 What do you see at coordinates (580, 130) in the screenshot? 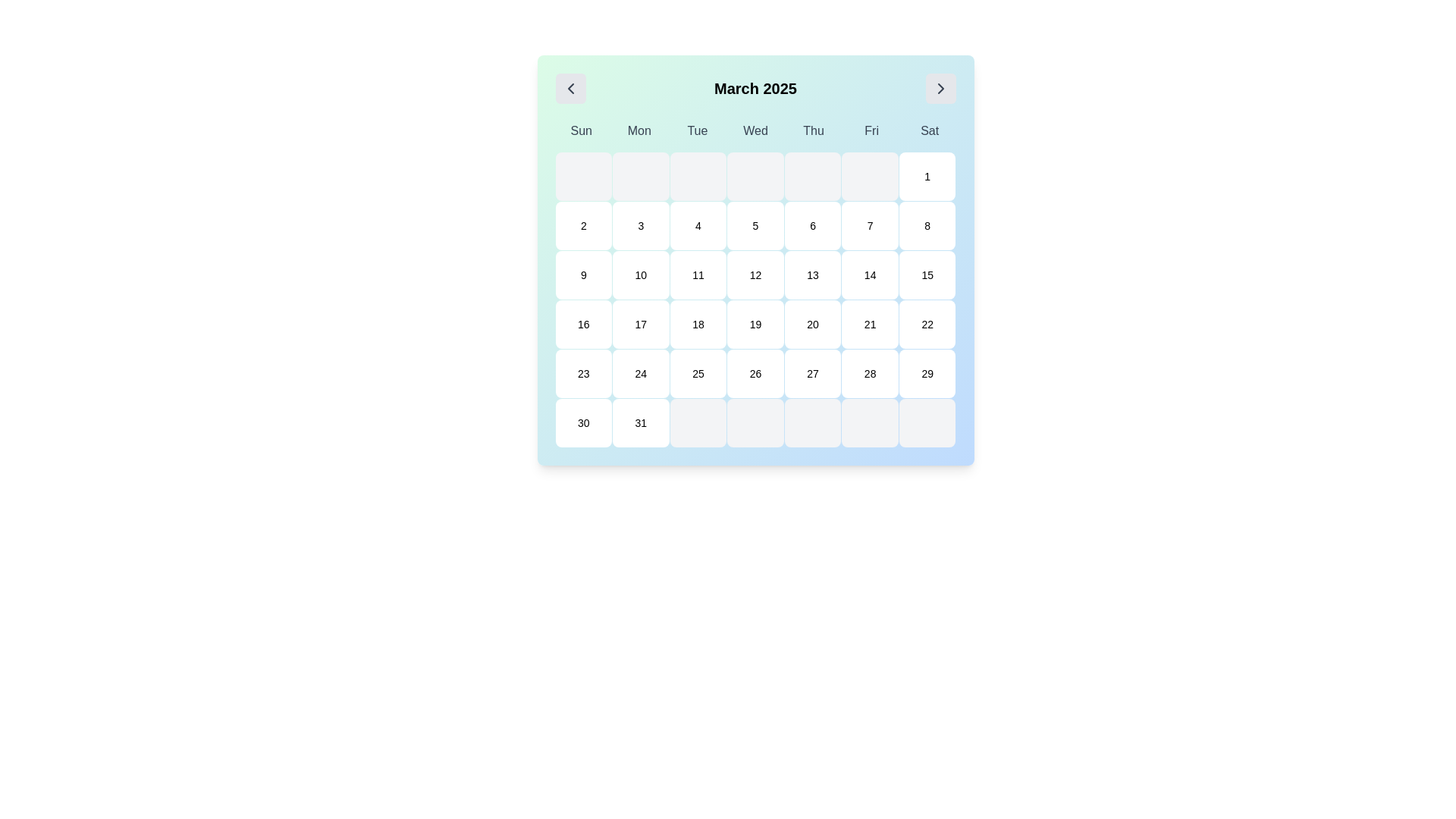
I see `the Text Label representing 'Sunday' in the weekly calendar located at the top-left corner of the grid` at bounding box center [580, 130].